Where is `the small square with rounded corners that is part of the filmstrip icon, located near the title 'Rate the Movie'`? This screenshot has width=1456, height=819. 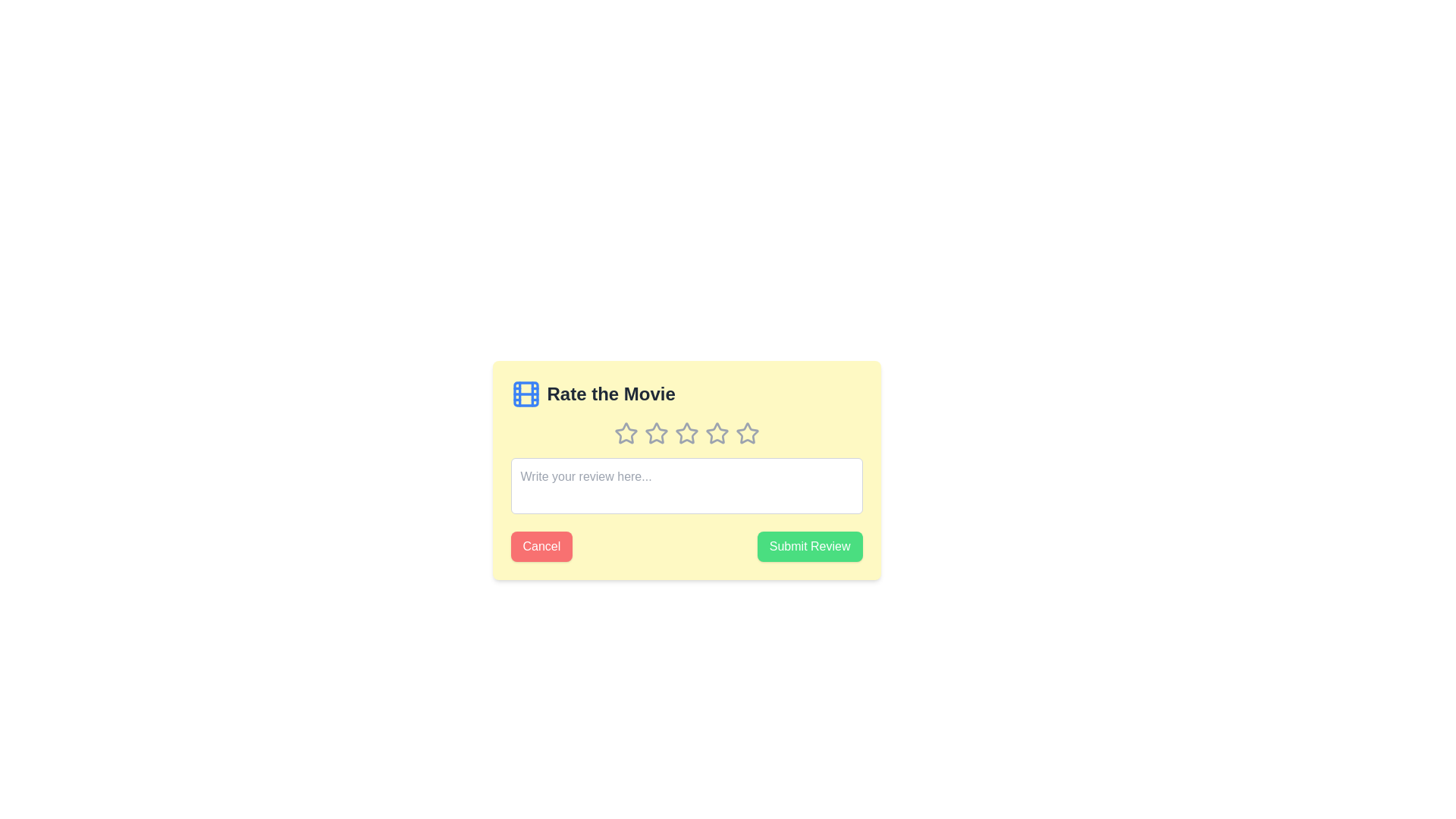 the small square with rounded corners that is part of the filmstrip icon, located near the title 'Rate the Movie' is located at coordinates (526, 394).